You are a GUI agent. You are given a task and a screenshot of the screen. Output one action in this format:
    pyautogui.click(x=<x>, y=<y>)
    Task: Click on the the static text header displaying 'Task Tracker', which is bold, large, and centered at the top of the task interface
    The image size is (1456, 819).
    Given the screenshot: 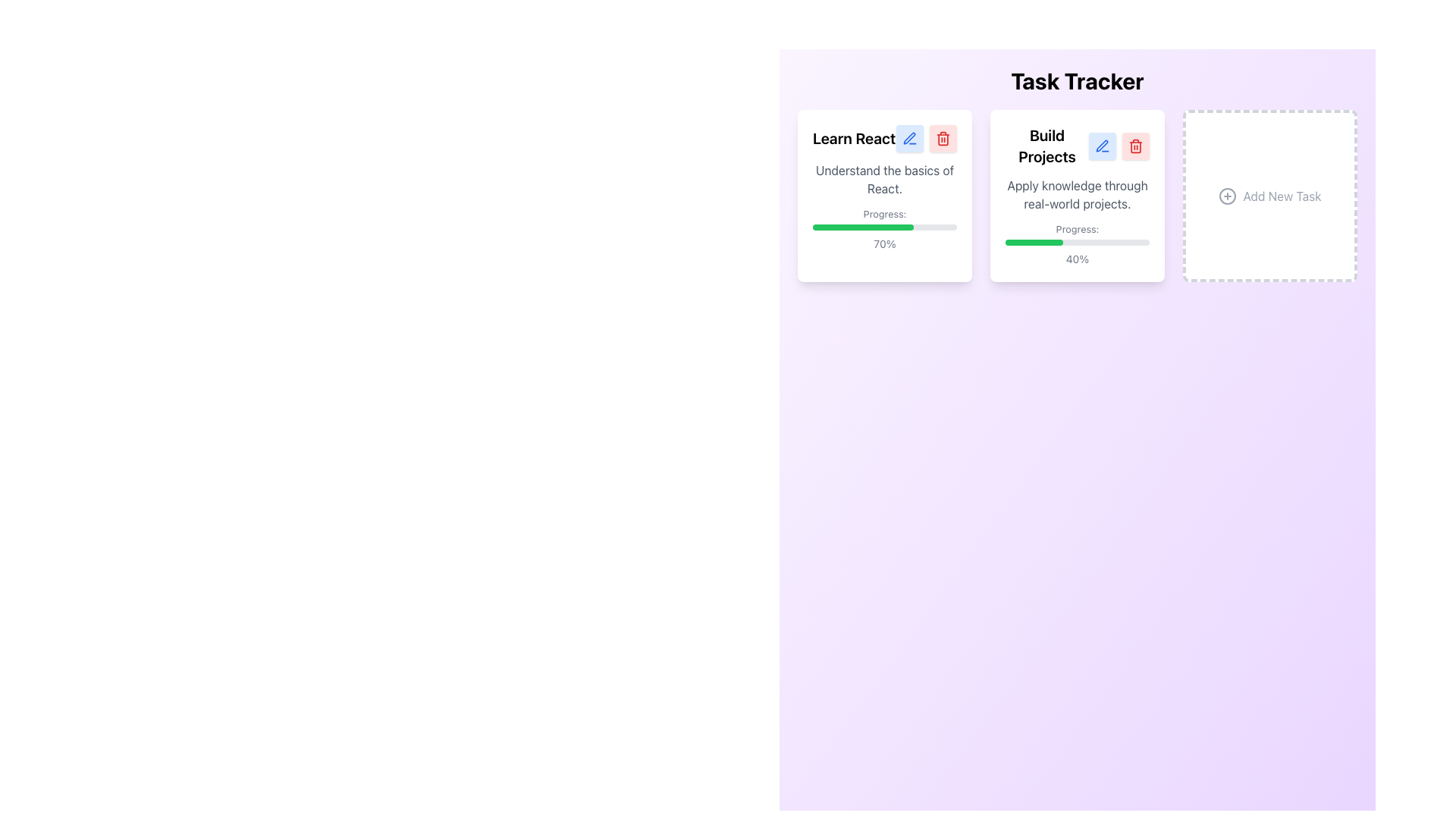 What is the action you would take?
    pyautogui.click(x=1076, y=81)
    